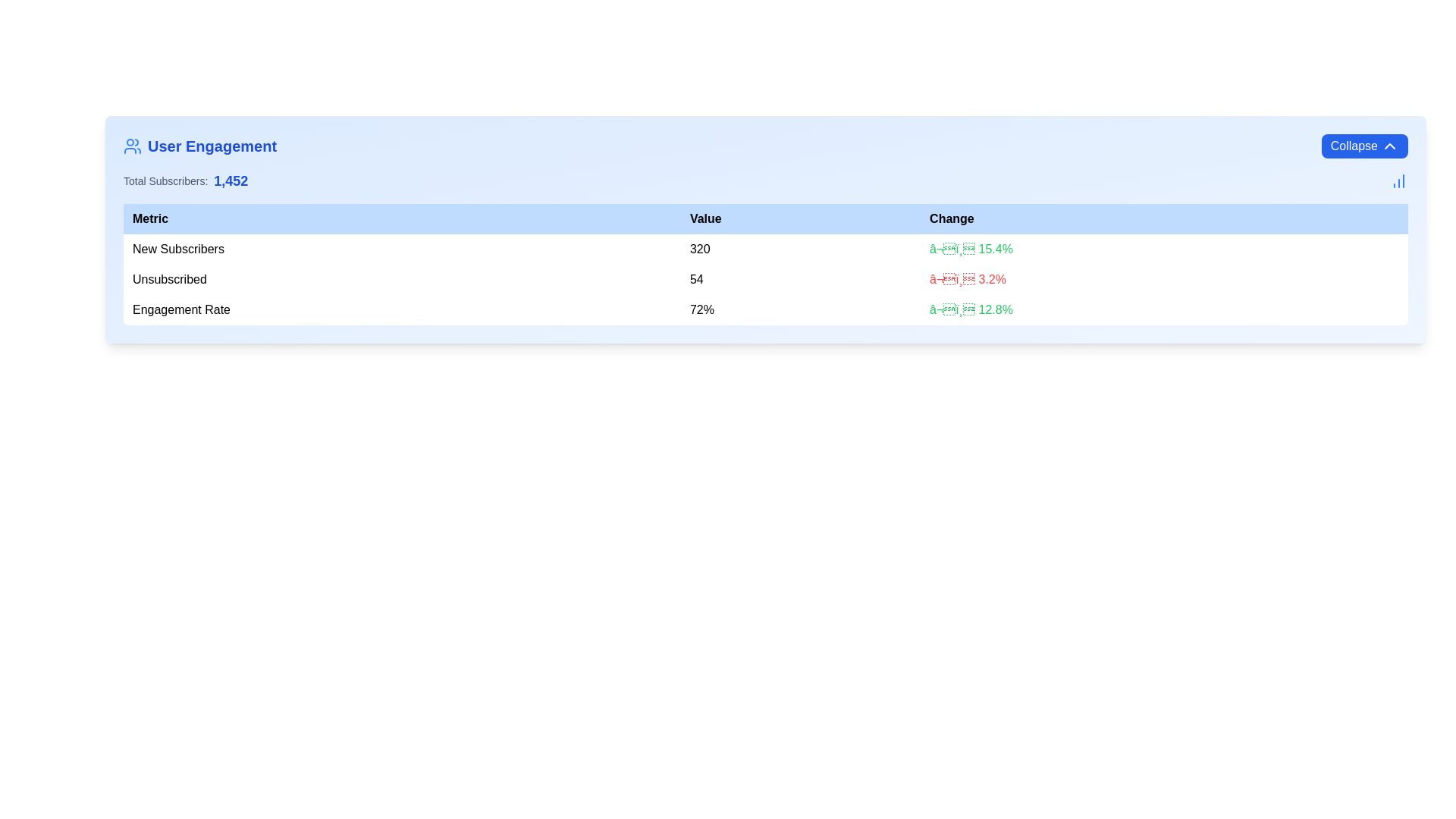 The width and height of the screenshot is (1456, 819). I want to click on the text label displaying 'Total Subscribers:' which is in a small gray font and located to the left of the number '1,452', so click(165, 180).